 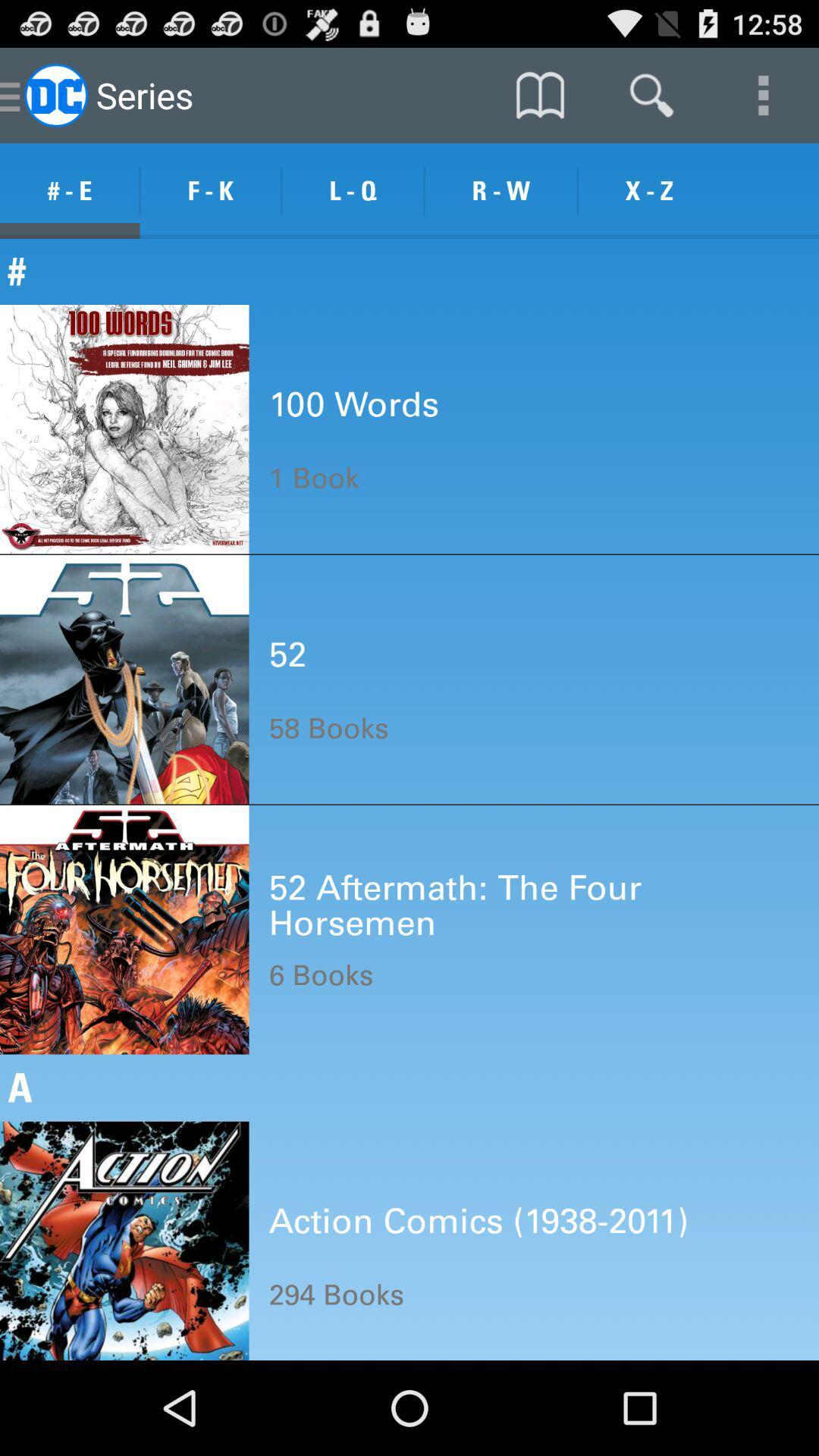 I want to click on the 58 books, so click(x=328, y=728).